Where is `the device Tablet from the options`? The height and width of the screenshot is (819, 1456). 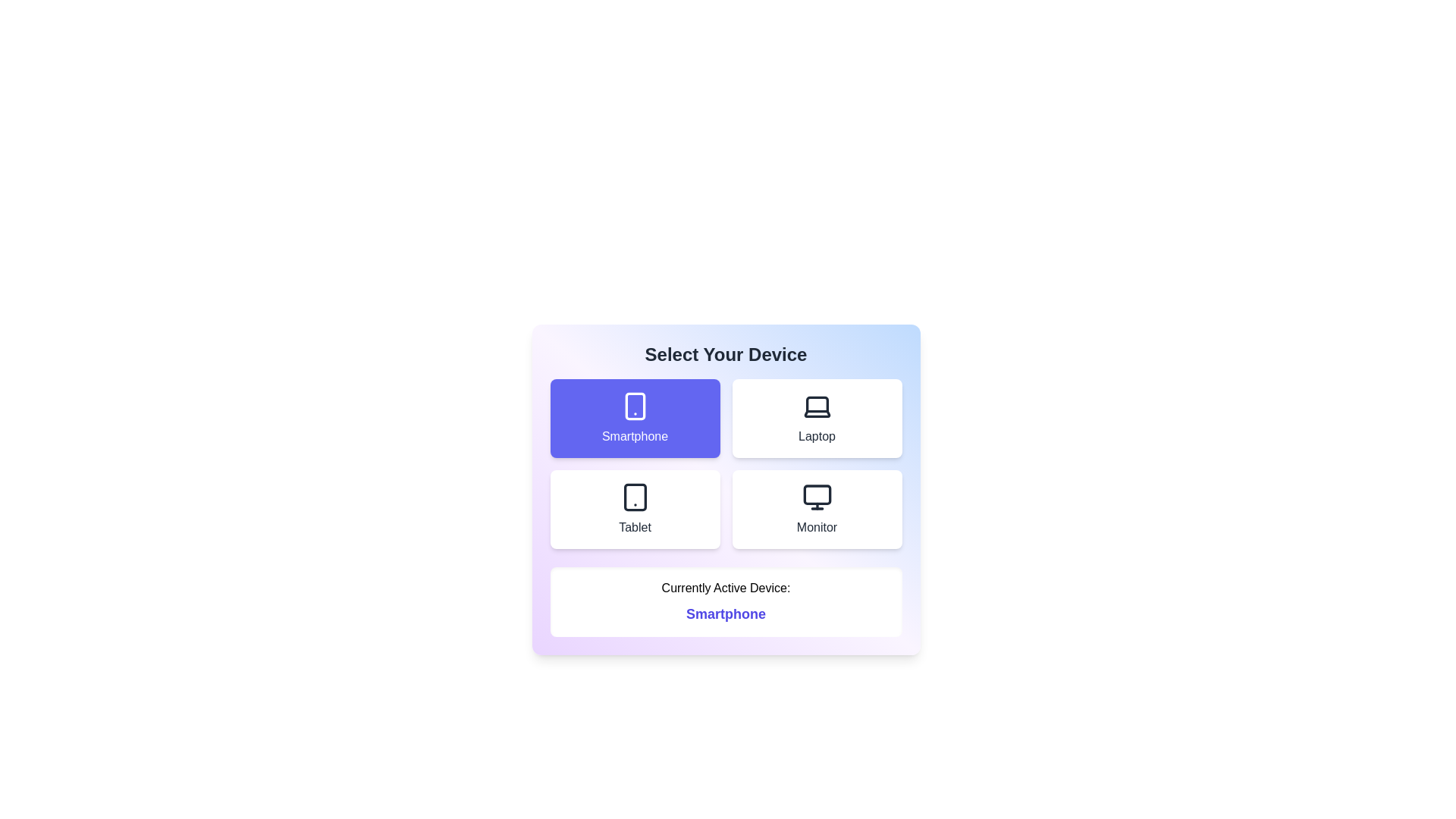
the device Tablet from the options is located at coordinates (635, 509).